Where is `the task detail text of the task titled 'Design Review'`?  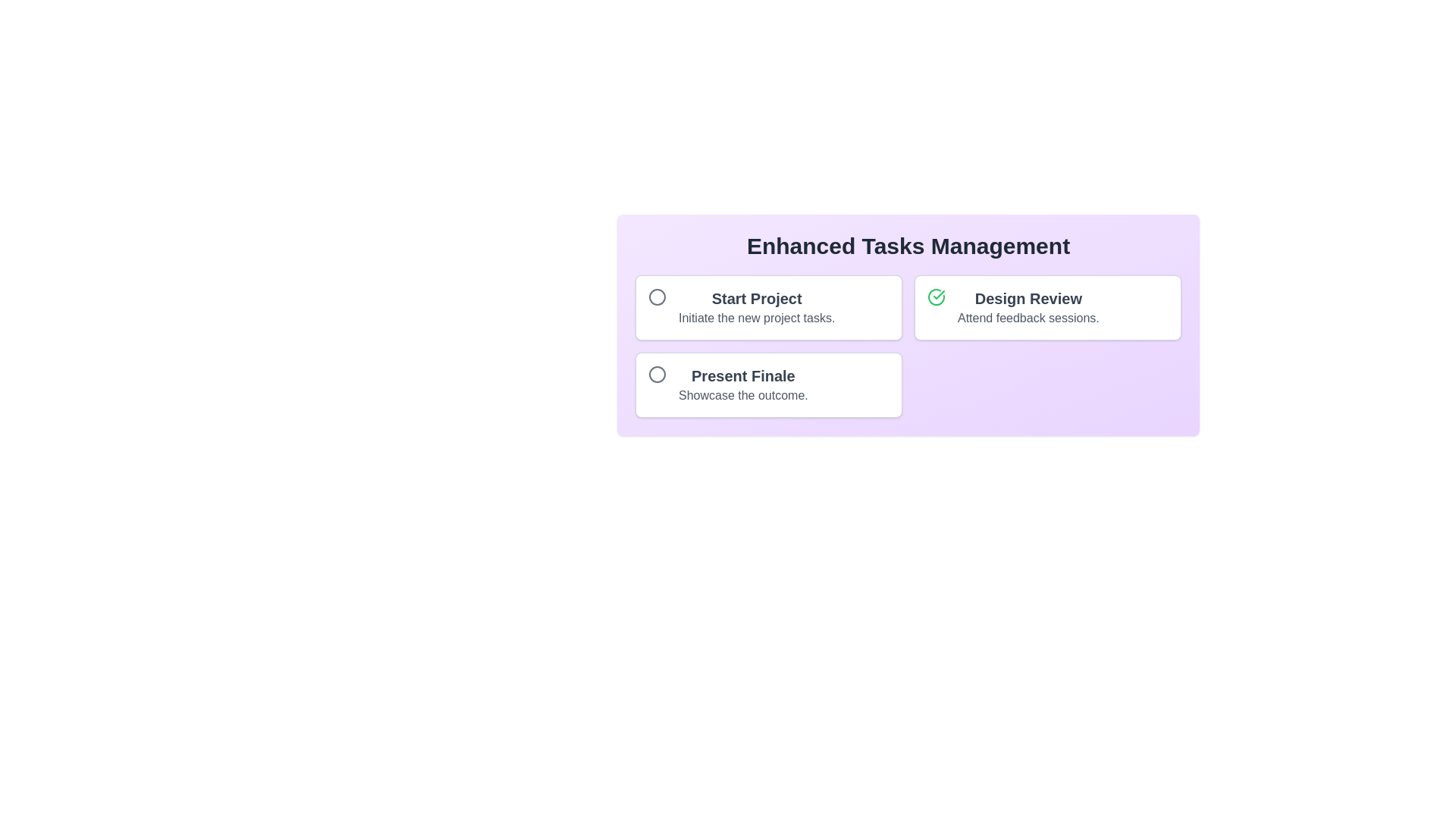
the task detail text of the task titled 'Design Review' is located at coordinates (1028, 318).